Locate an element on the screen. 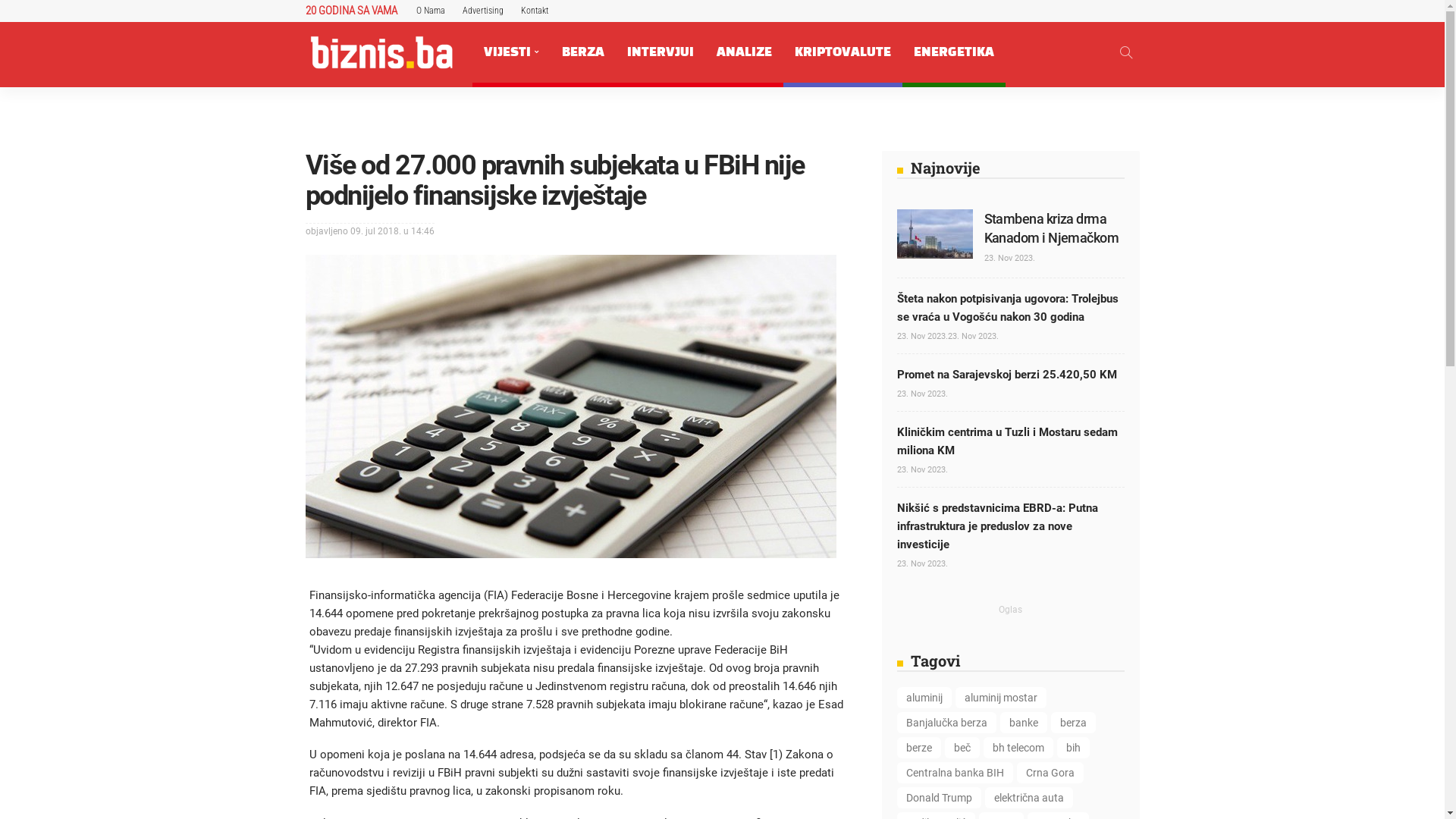 This screenshot has width=1456, height=819. 'berza' is located at coordinates (1050, 721).